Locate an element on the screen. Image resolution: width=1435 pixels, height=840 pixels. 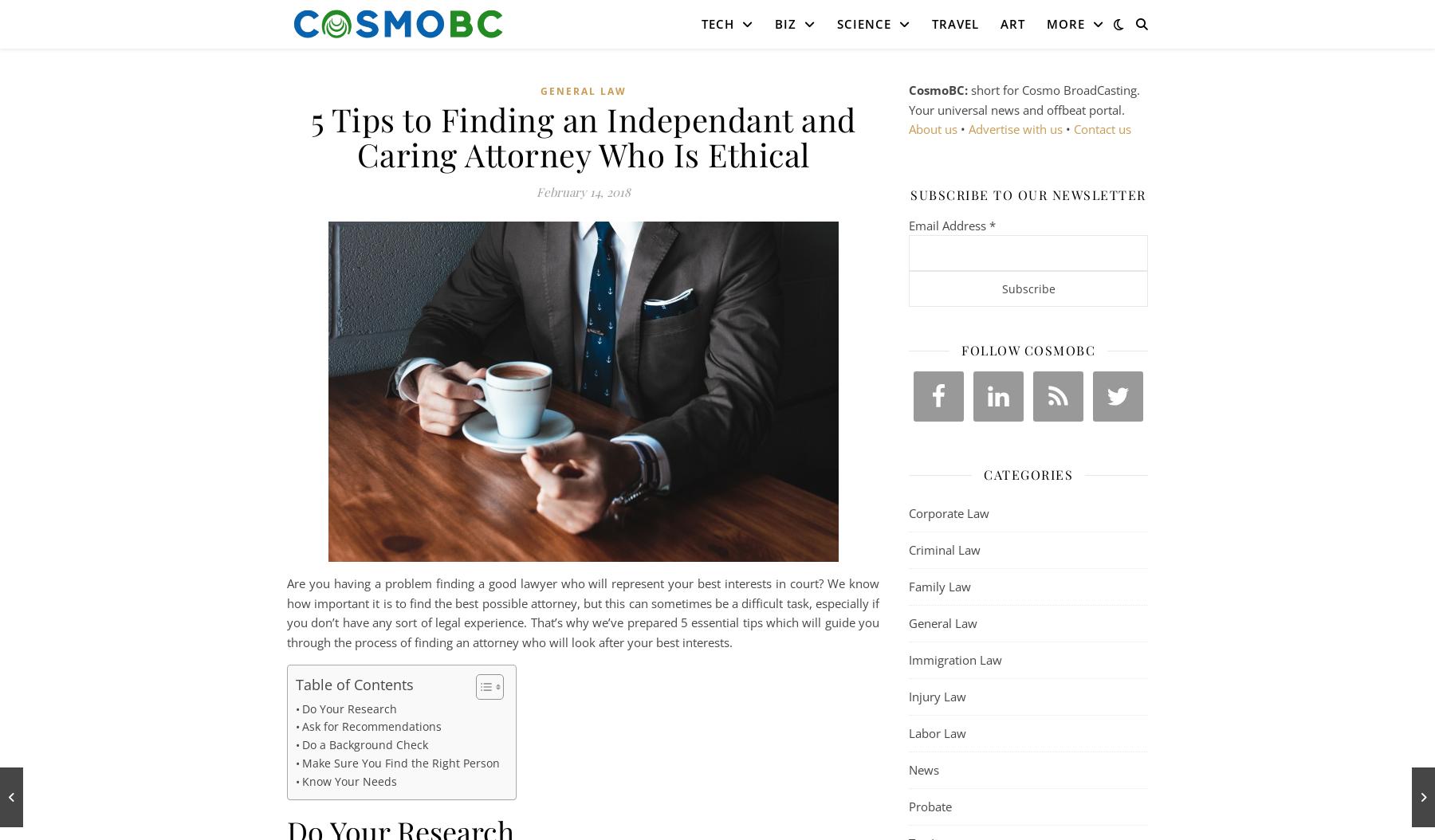
'Are you having a problem finding a good lawyer who will represent your best interests in court? We know how important it is to find the best possible attorney, but this can sometimes be a difficult task, especially if you don’t have any sort of legal experience. That’s why we’ve prepared 5 essential tips which will guide you through the process of finding an attorney who will look after your best interests.' is located at coordinates (582, 612).